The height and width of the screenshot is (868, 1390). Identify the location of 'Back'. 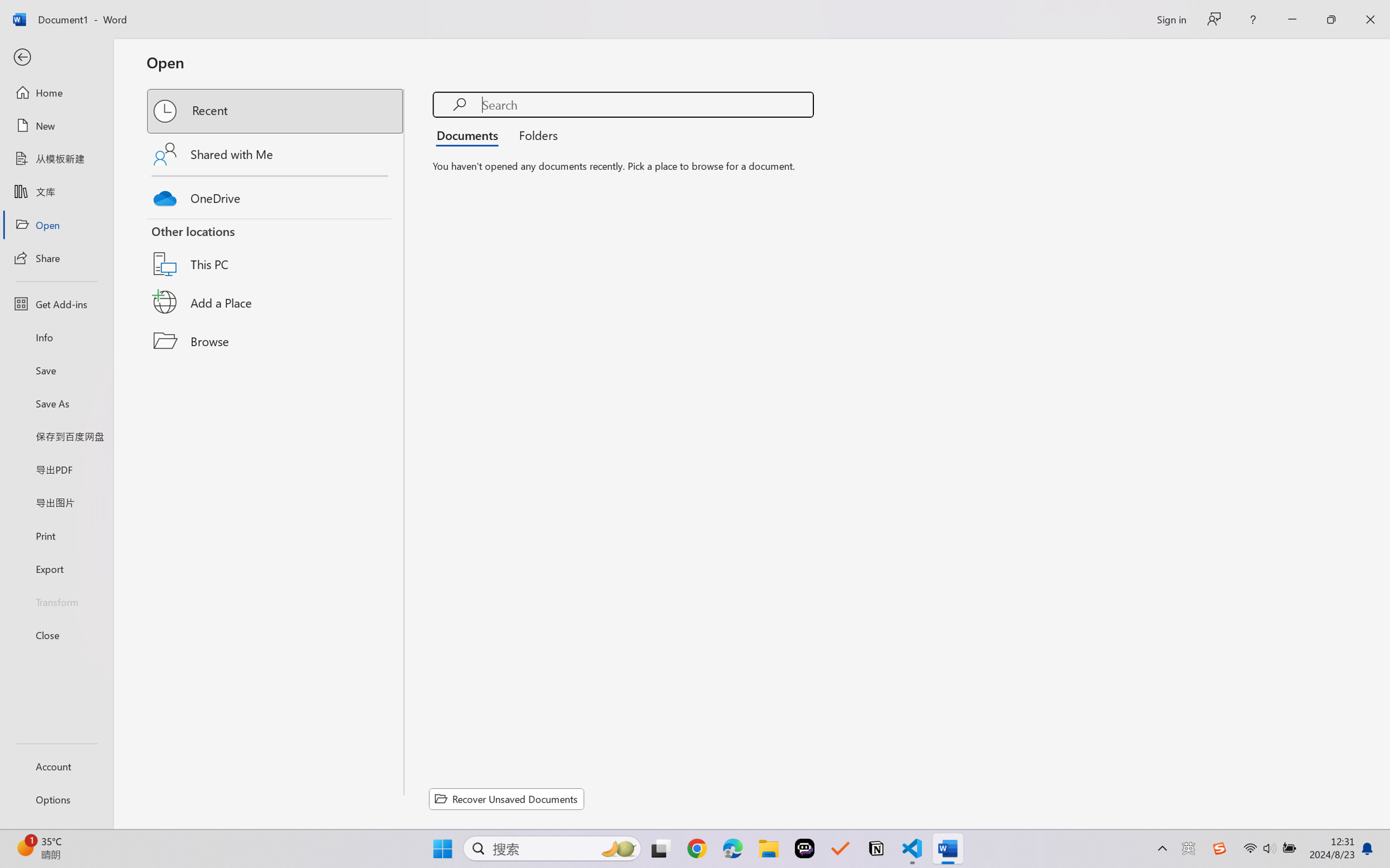
(56, 57).